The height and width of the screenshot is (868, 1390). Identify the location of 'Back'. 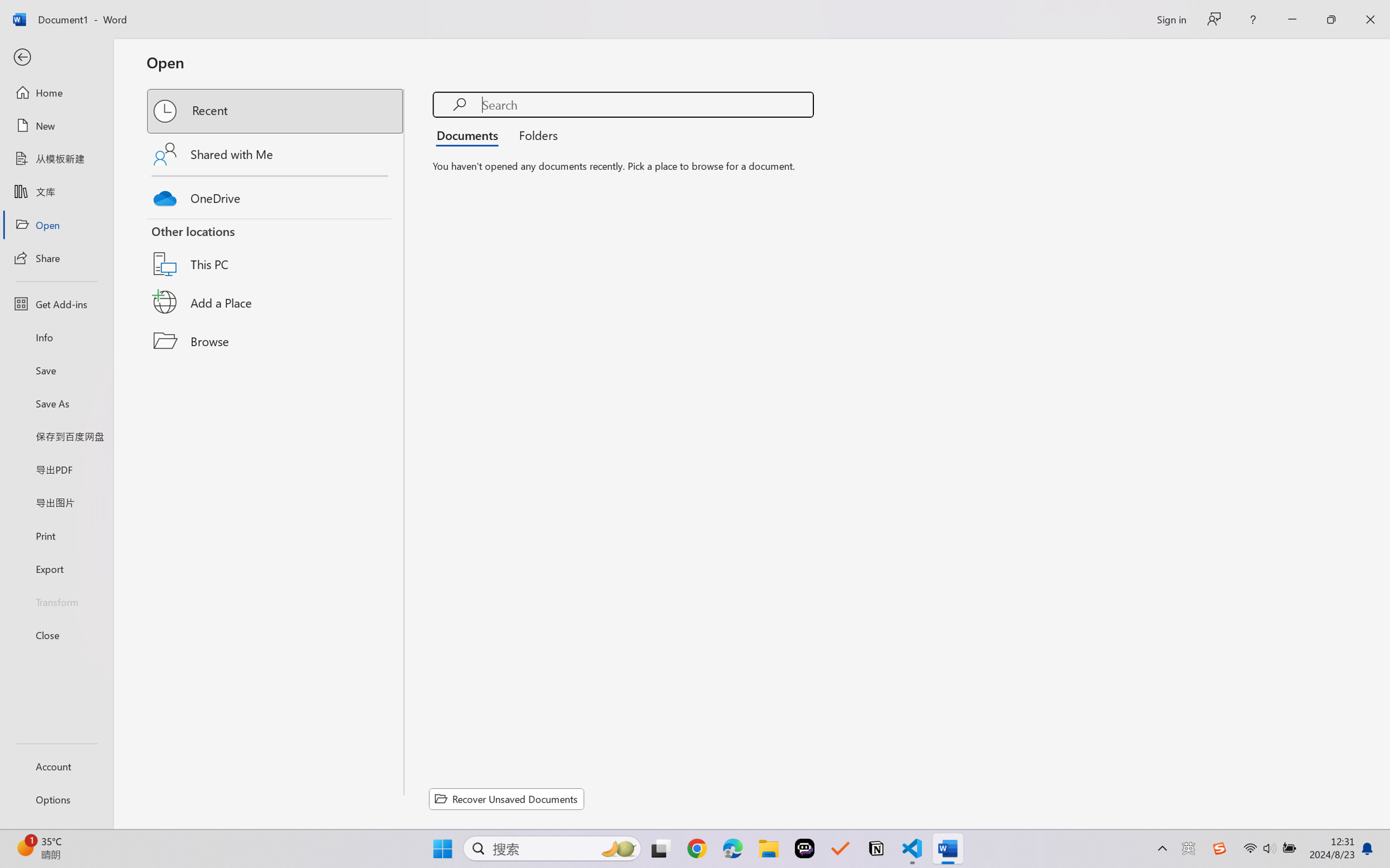
(56, 57).